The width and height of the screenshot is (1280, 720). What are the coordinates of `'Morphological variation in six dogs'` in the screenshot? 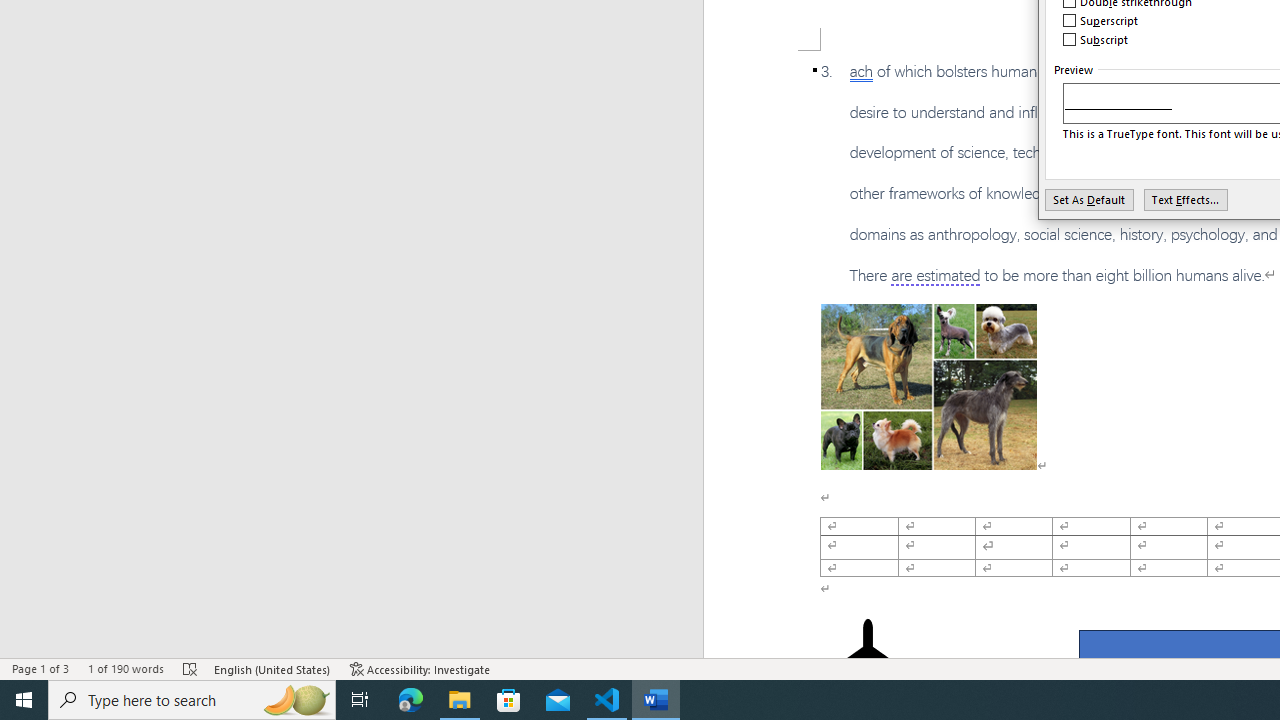 It's located at (927, 387).